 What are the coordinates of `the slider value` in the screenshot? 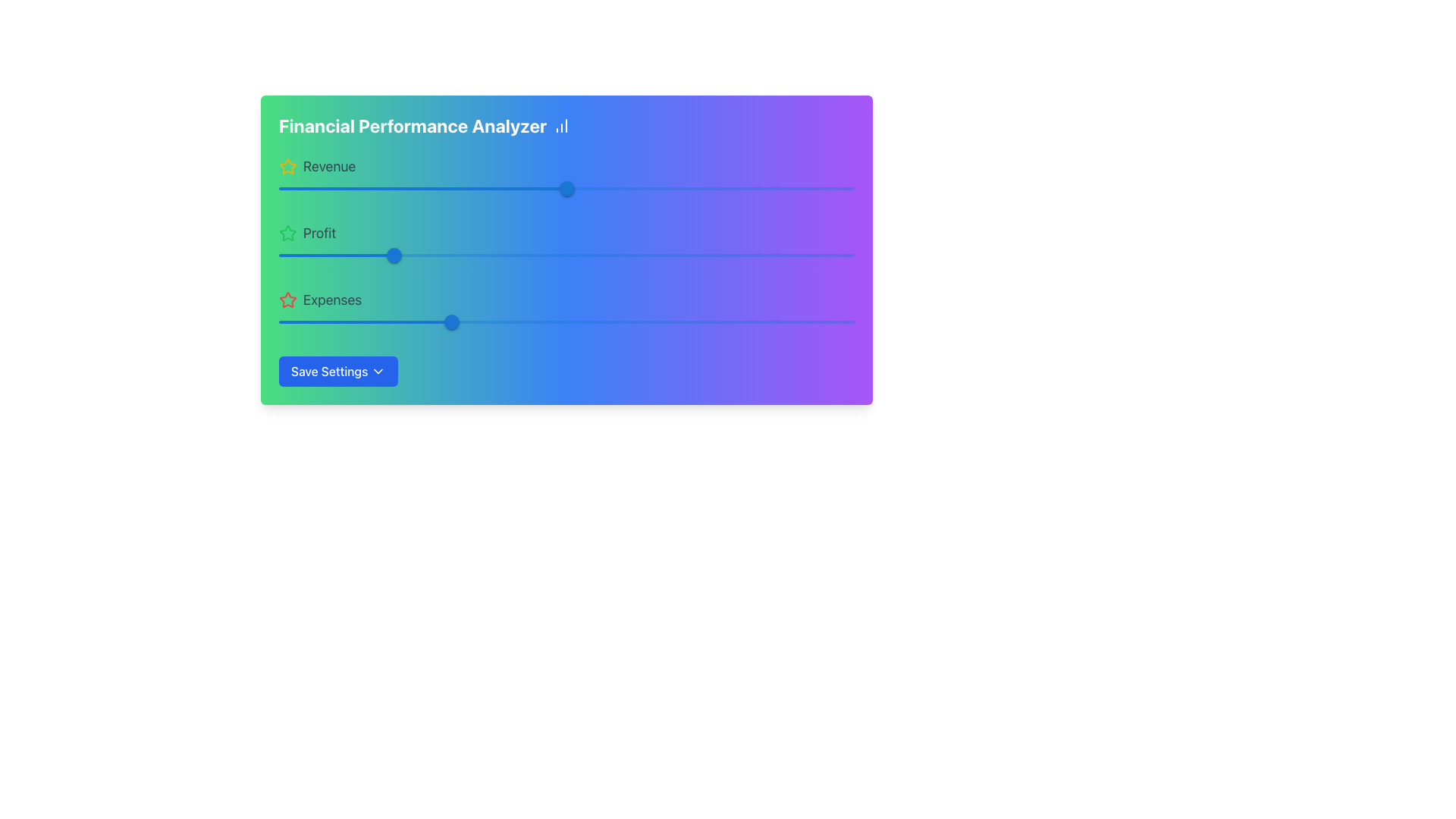 It's located at (567, 188).